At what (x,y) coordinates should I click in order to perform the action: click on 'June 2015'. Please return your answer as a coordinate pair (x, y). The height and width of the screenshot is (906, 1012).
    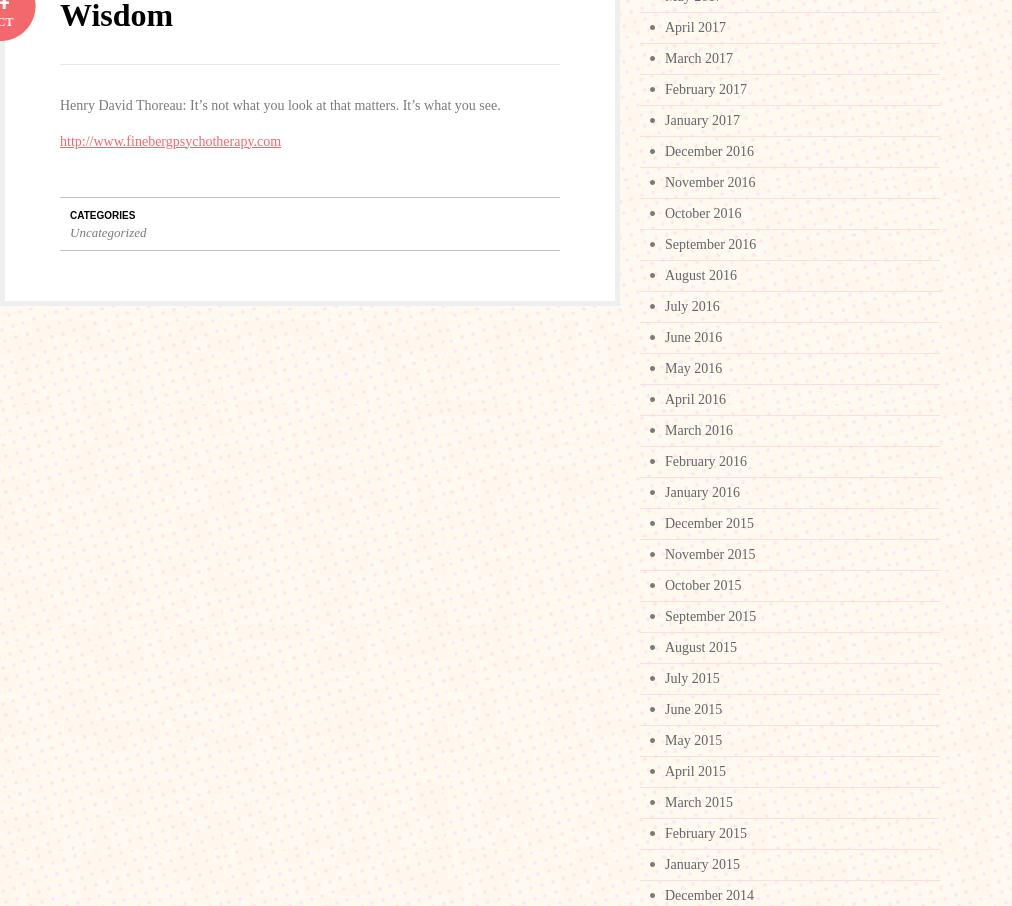
    Looking at the image, I should click on (693, 709).